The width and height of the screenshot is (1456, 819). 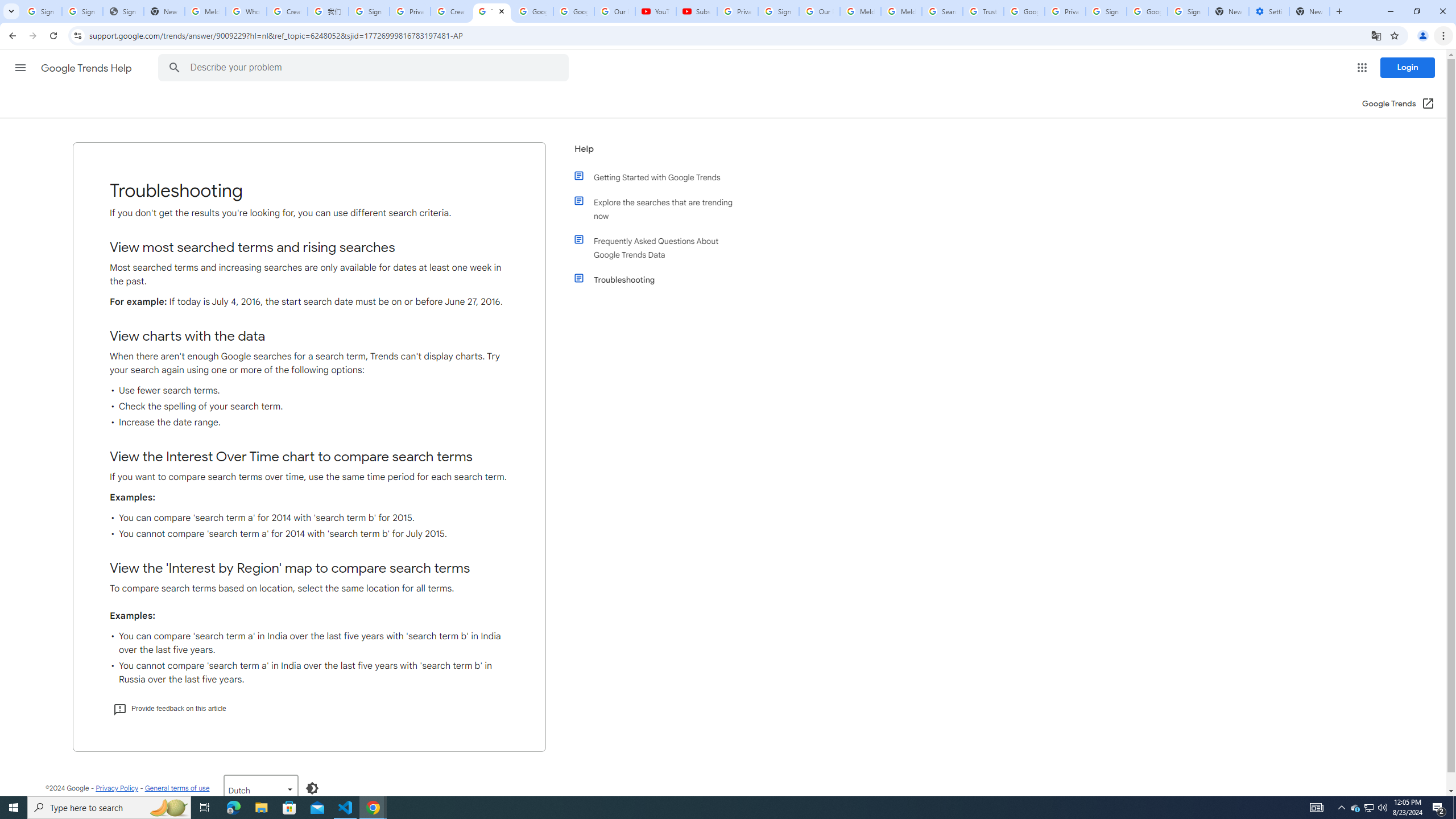 What do you see at coordinates (1309, 11) in the screenshot?
I see `'New Tab'` at bounding box center [1309, 11].